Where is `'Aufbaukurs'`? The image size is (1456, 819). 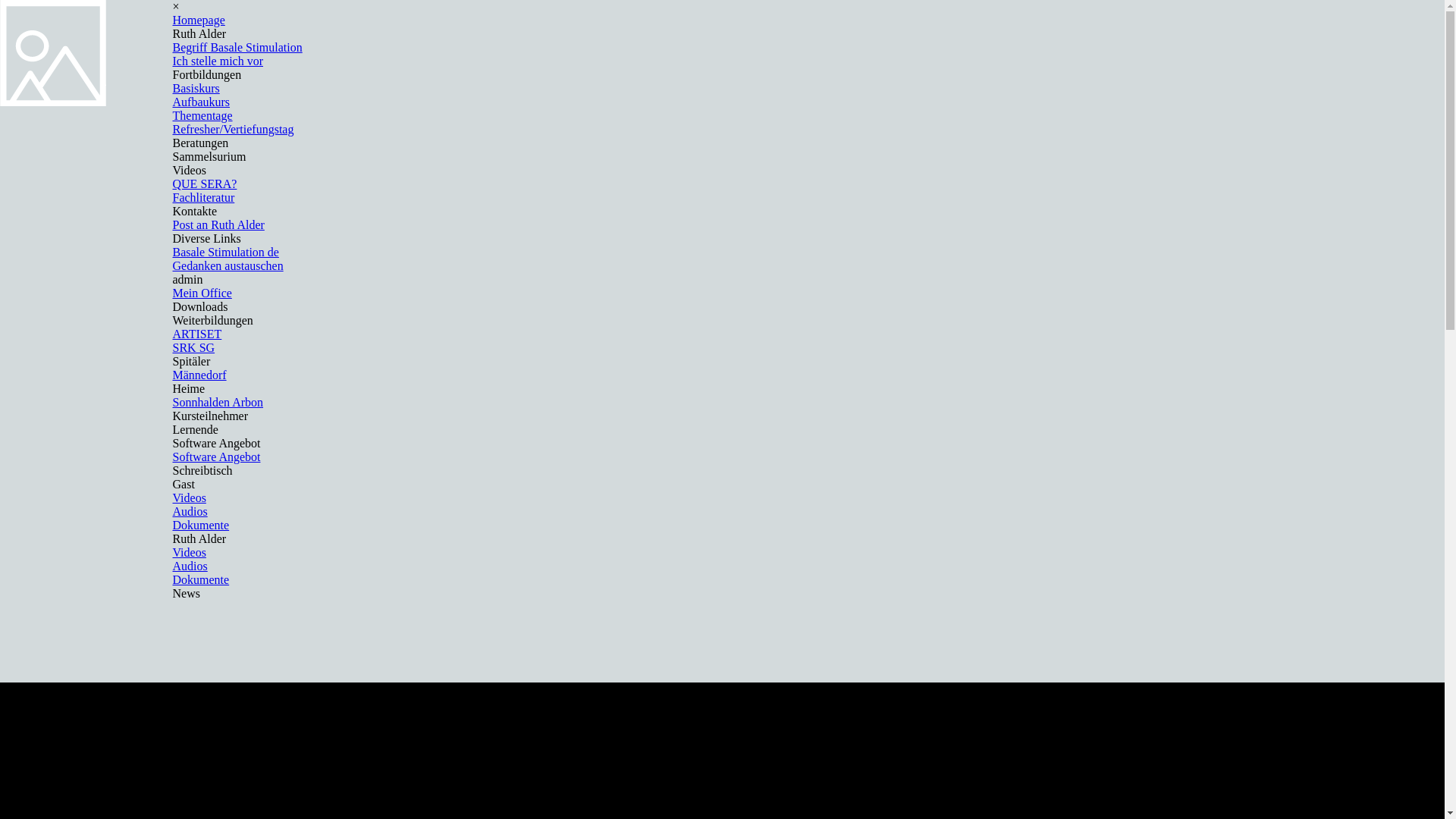
'Aufbaukurs' is located at coordinates (200, 102).